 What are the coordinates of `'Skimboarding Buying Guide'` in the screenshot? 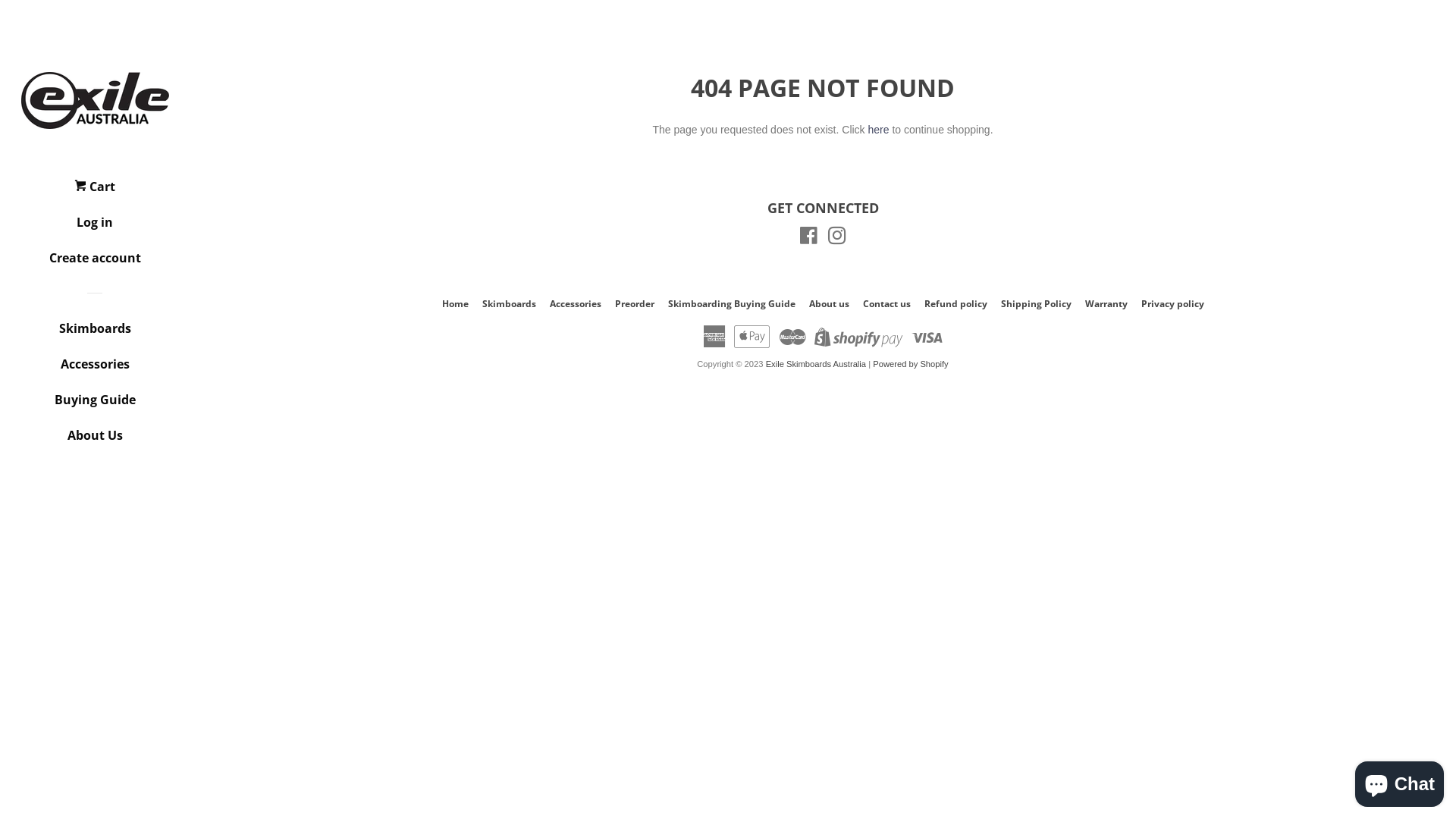 It's located at (731, 303).